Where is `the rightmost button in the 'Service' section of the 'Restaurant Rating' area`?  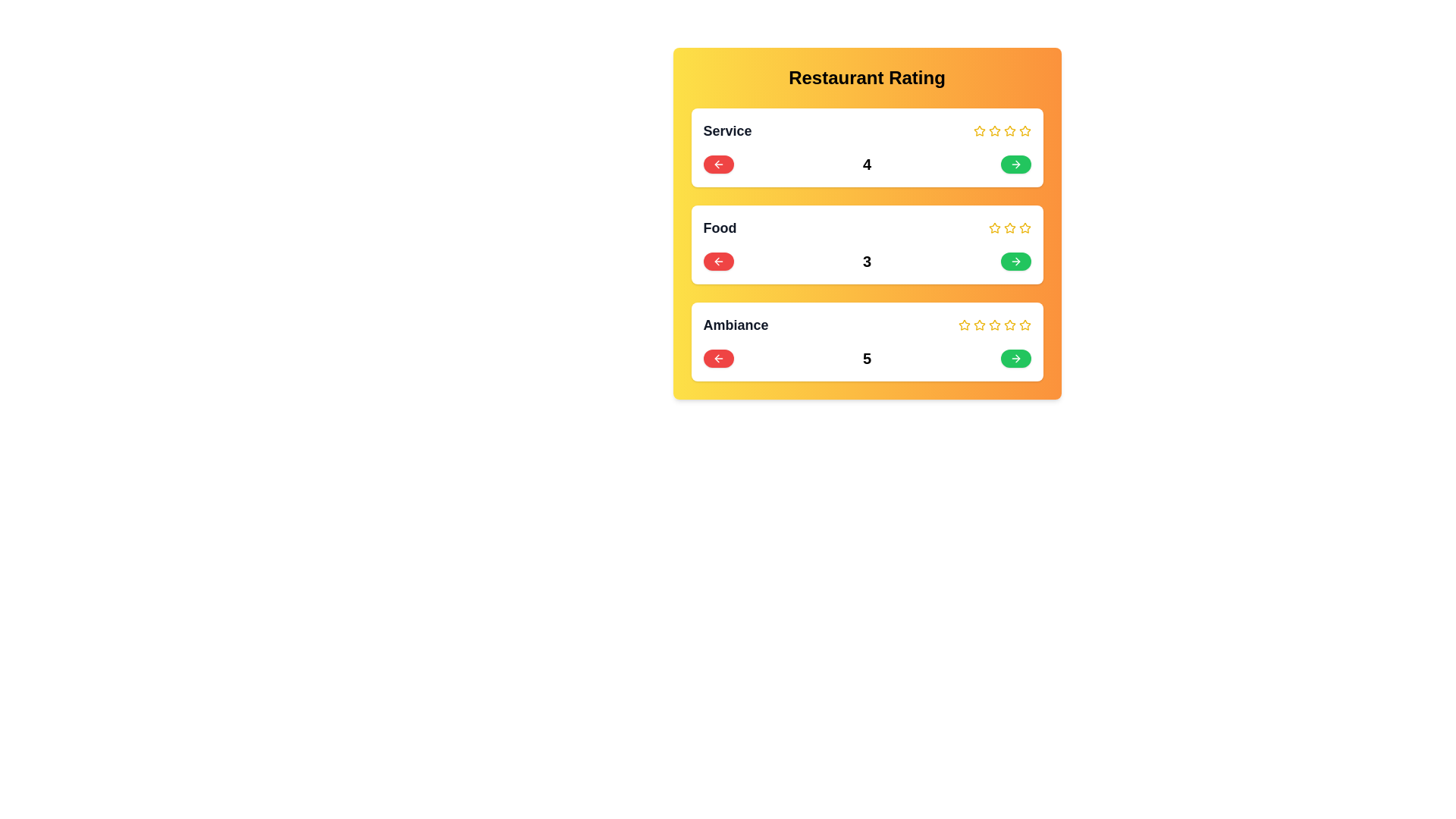
the rightmost button in the 'Service' section of the 'Restaurant Rating' area is located at coordinates (1015, 164).